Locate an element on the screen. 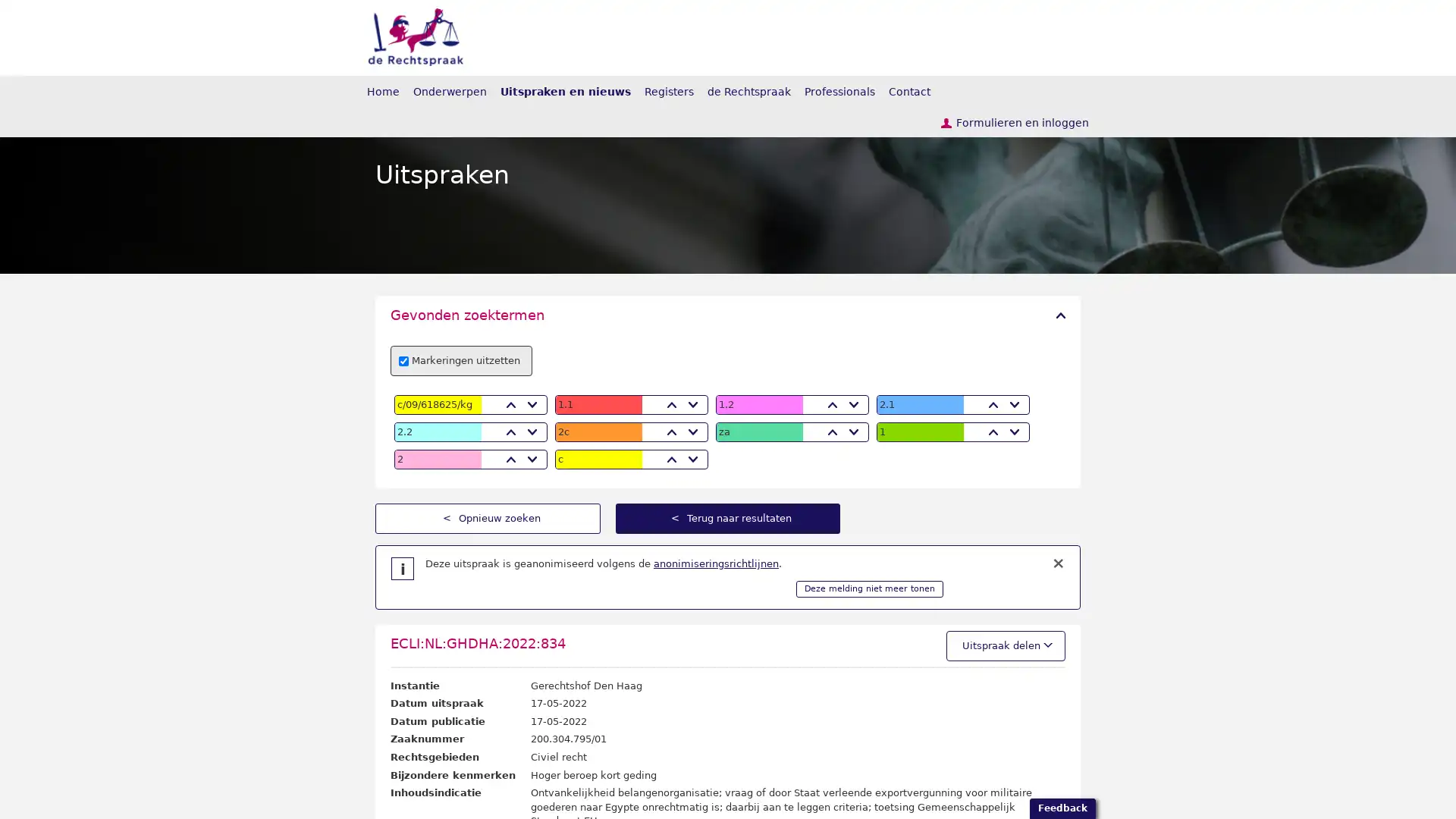  Volgende zoek term is located at coordinates (532, 431).